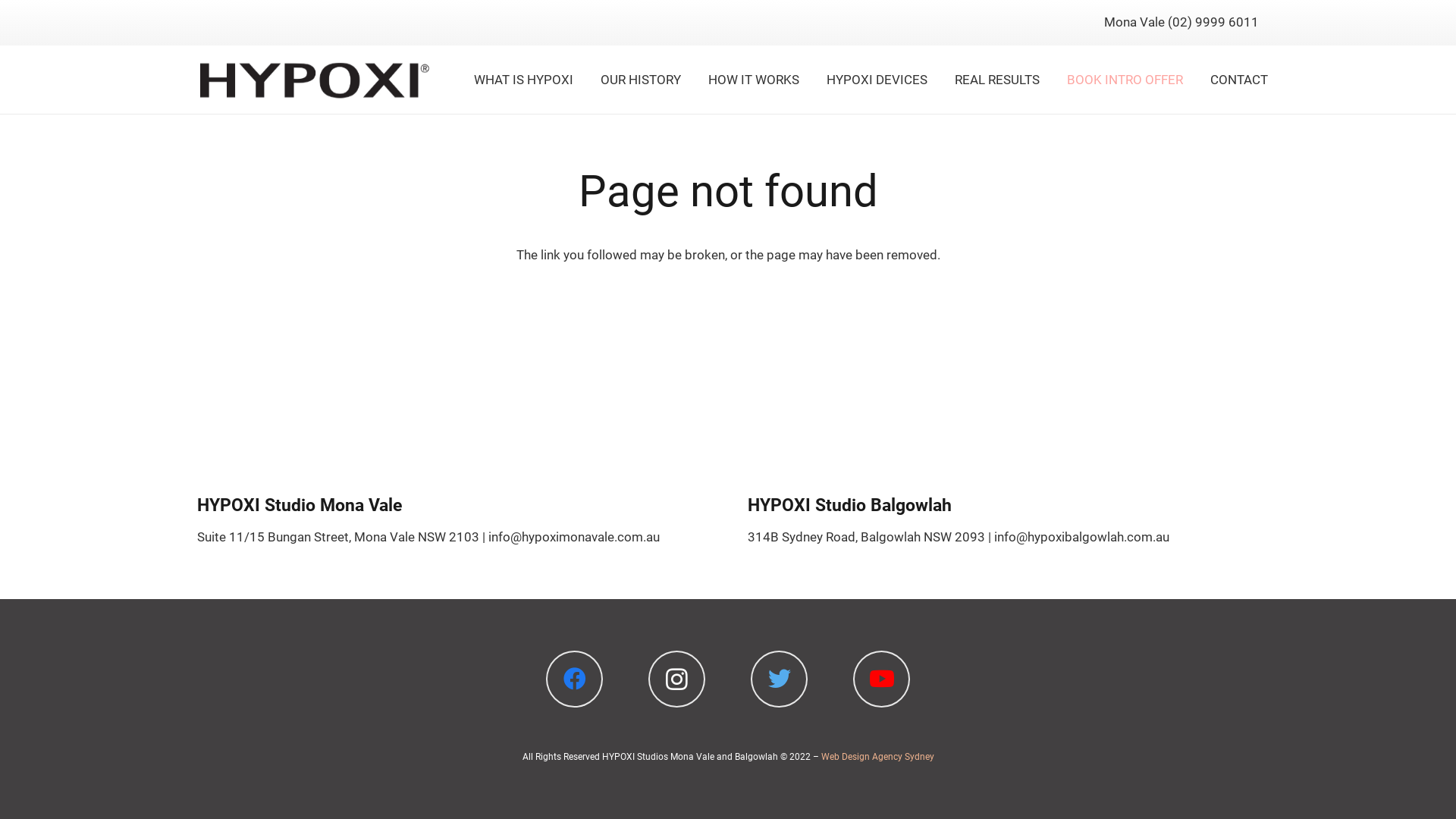 Image resolution: width=1456 pixels, height=819 pixels. I want to click on 'HOW IT WORKS', so click(753, 79).